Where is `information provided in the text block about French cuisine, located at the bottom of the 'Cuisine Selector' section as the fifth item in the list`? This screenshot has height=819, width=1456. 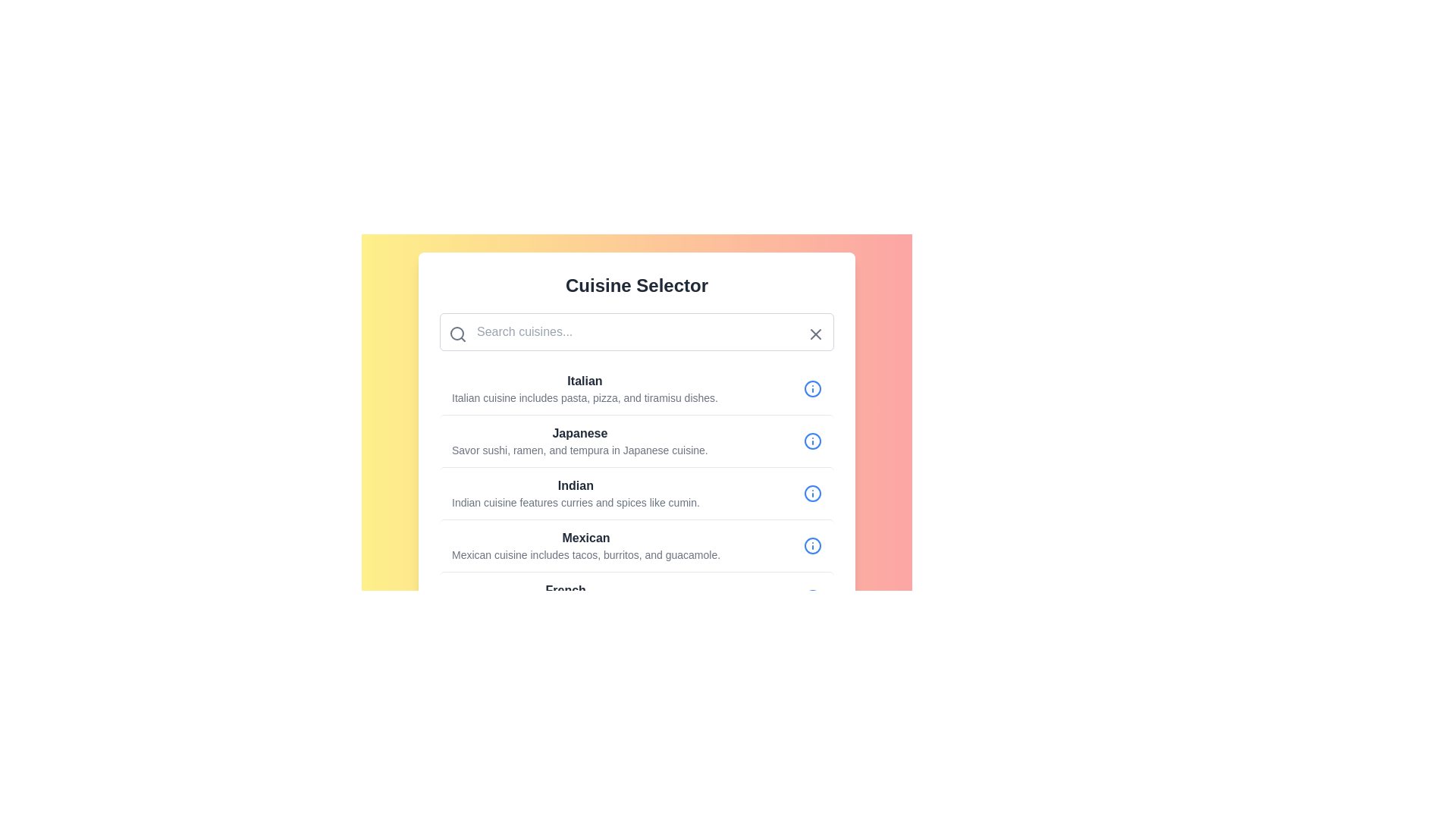
information provided in the text block about French cuisine, located at the bottom of the 'Cuisine Selector' section as the fifth item in the list is located at coordinates (565, 598).